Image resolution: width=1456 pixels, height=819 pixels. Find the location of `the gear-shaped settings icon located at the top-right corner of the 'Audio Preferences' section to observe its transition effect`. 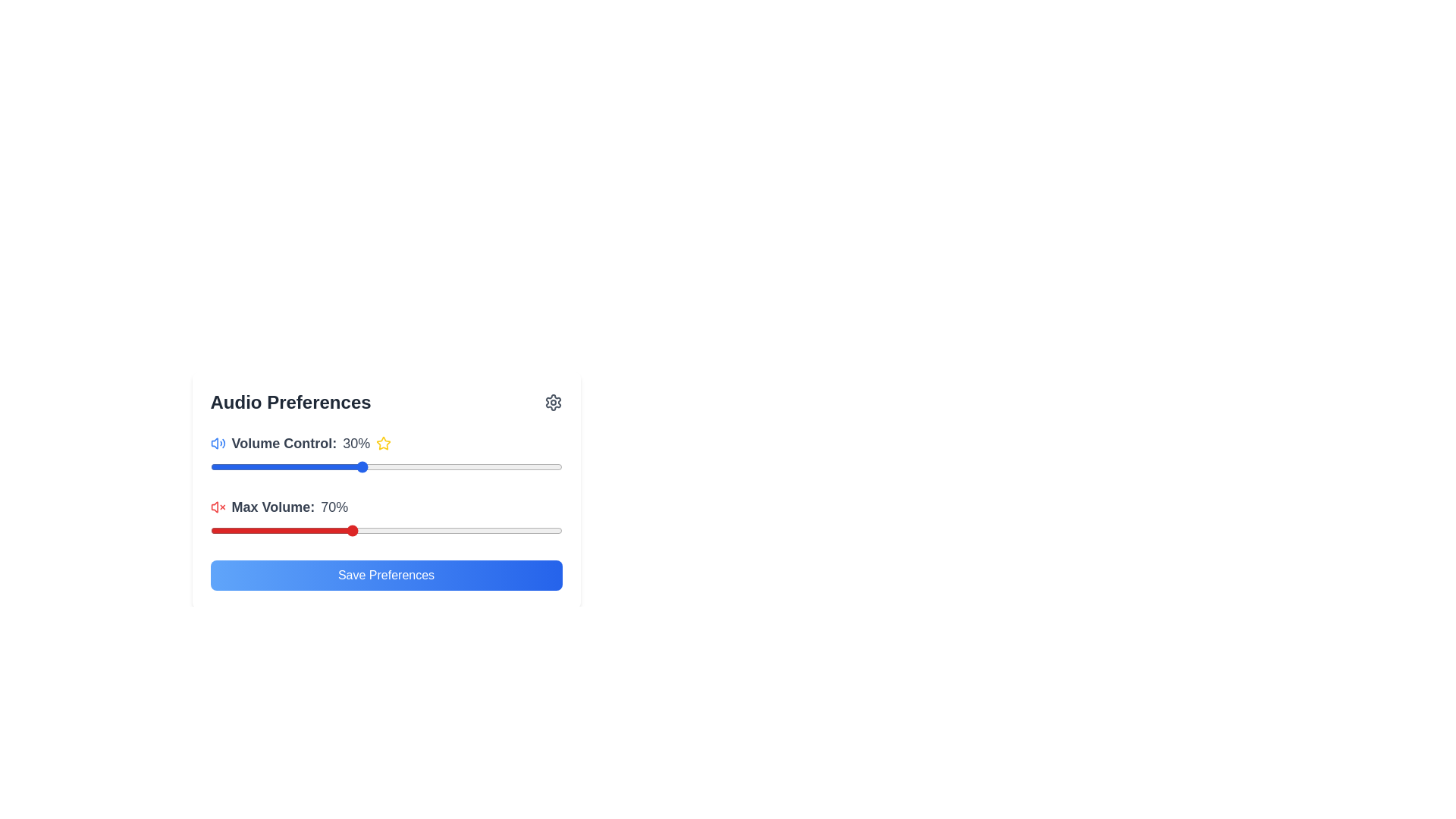

the gear-shaped settings icon located at the top-right corner of the 'Audio Preferences' section to observe its transition effect is located at coordinates (552, 402).